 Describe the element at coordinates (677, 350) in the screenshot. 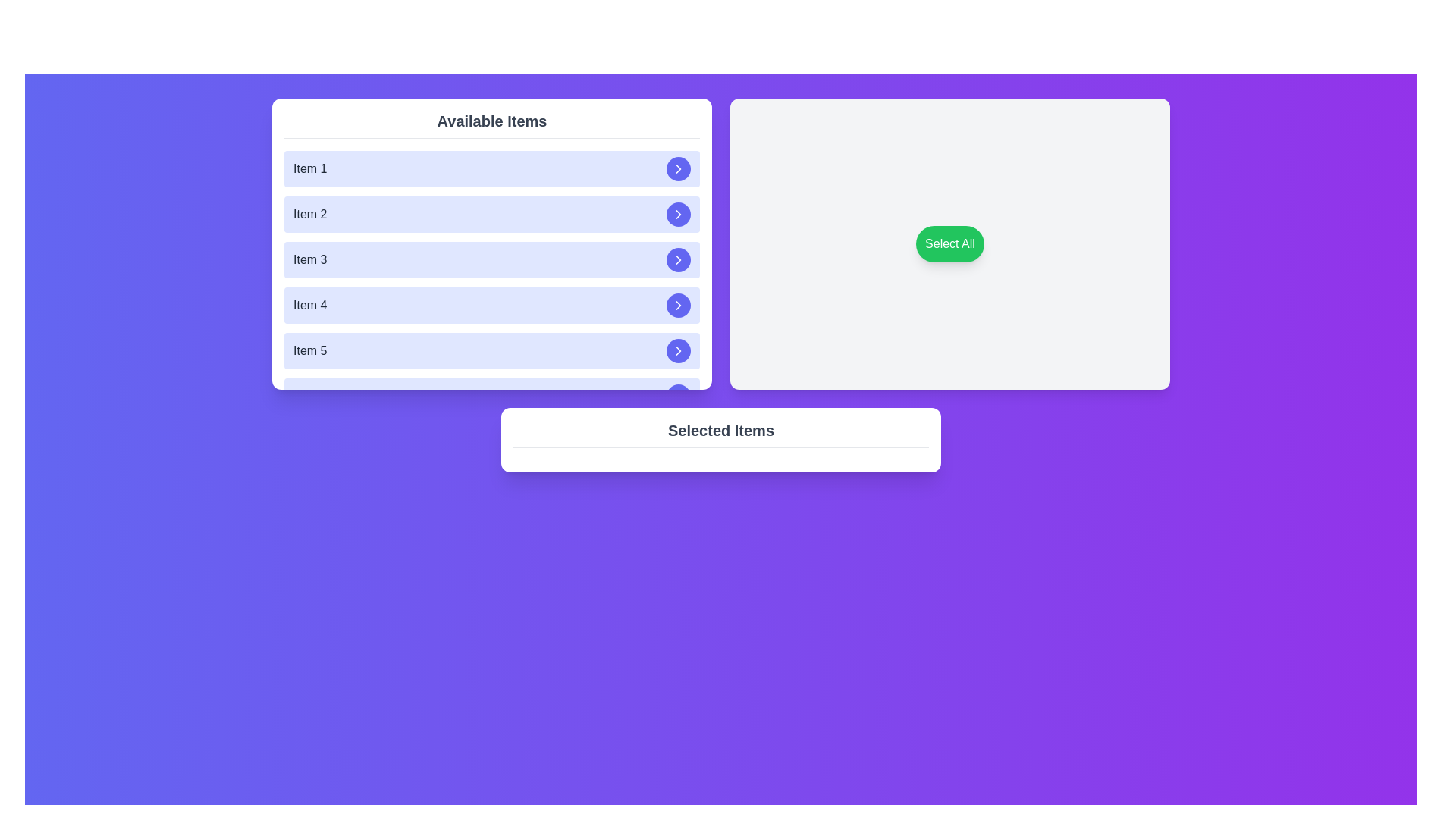

I see `the rightward-pointing arrow icon within the button at the bottom of the 'Available Items' list` at that location.